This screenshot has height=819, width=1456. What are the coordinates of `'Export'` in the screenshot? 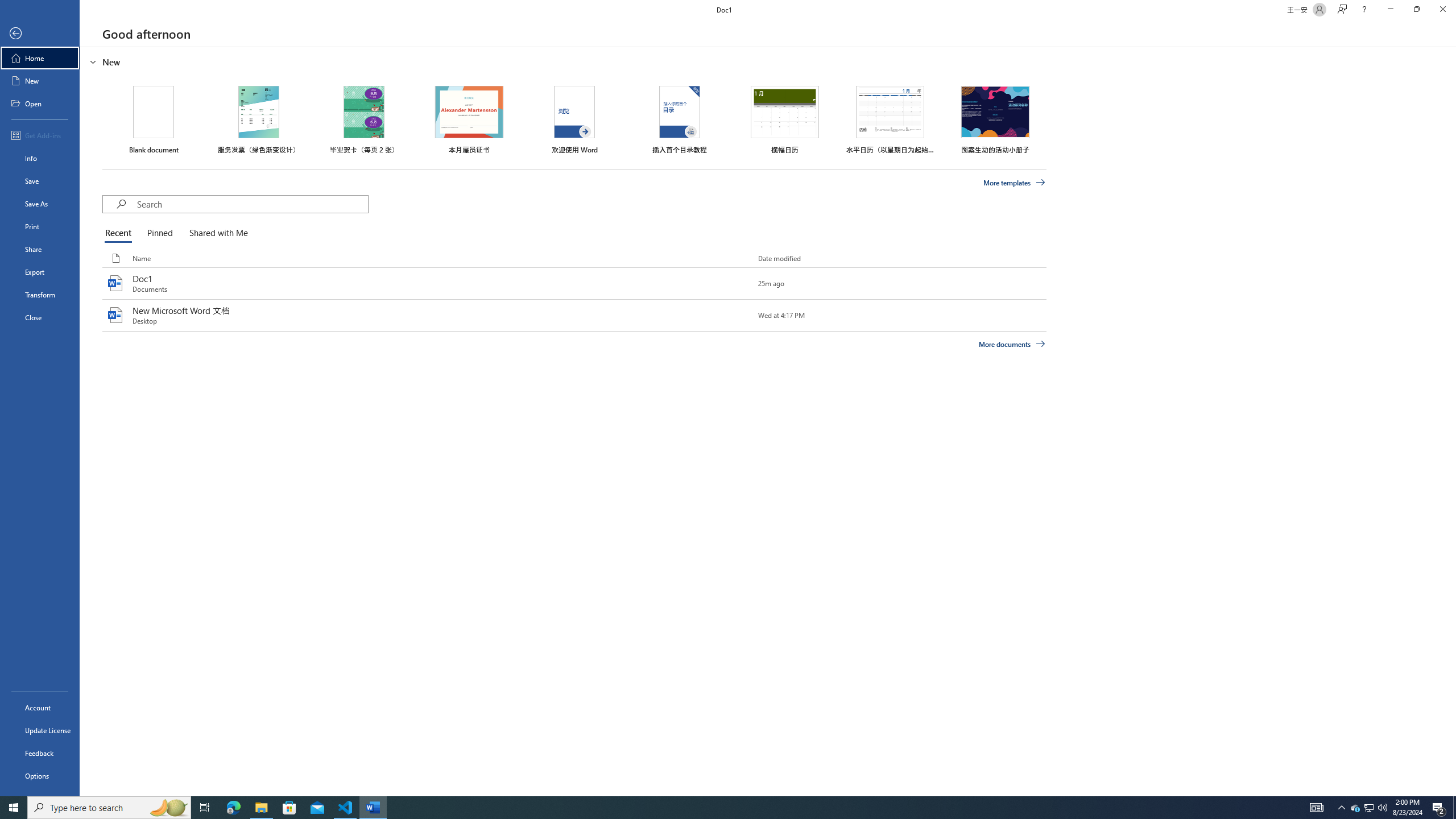 It's located at (39, 272).